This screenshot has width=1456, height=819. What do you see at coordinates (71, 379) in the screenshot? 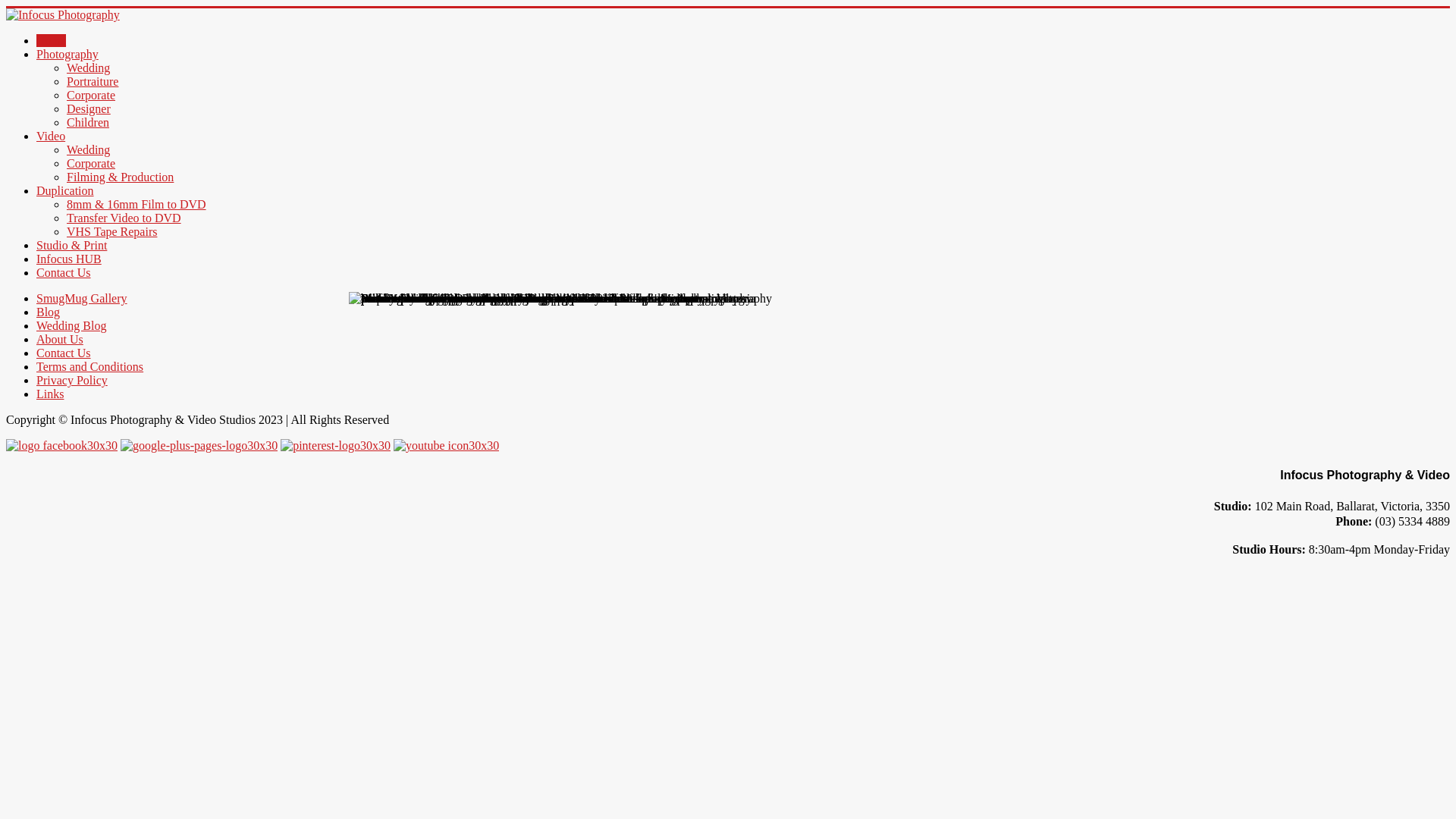
I see `'Privacy Policy'` at bounding box center [71, 379].